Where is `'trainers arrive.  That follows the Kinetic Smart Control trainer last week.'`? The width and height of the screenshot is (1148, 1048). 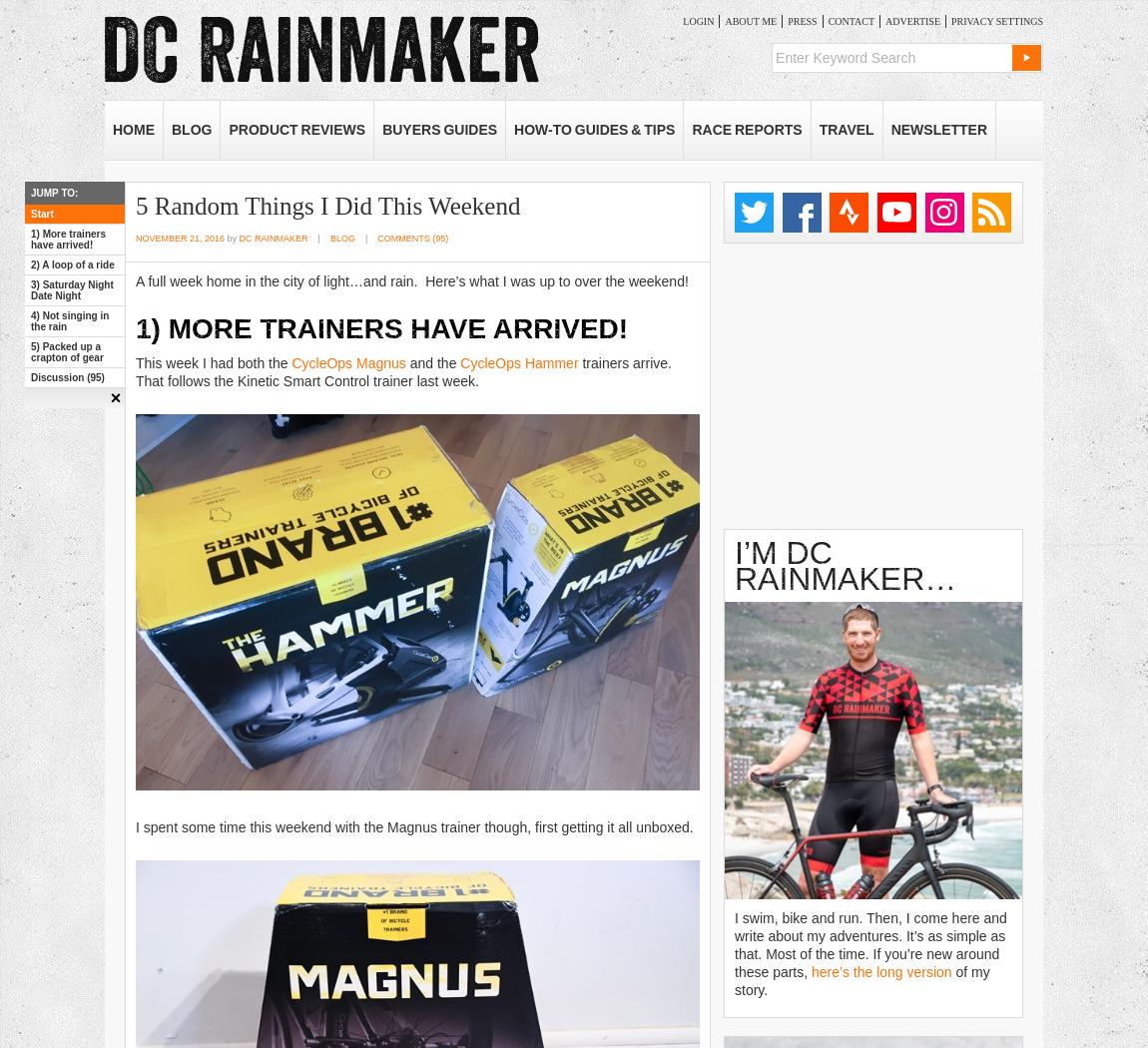
'trainers arrive.  That follows the Kinetic Smart Control trainer last week.' is located at coordinates (404, 370).